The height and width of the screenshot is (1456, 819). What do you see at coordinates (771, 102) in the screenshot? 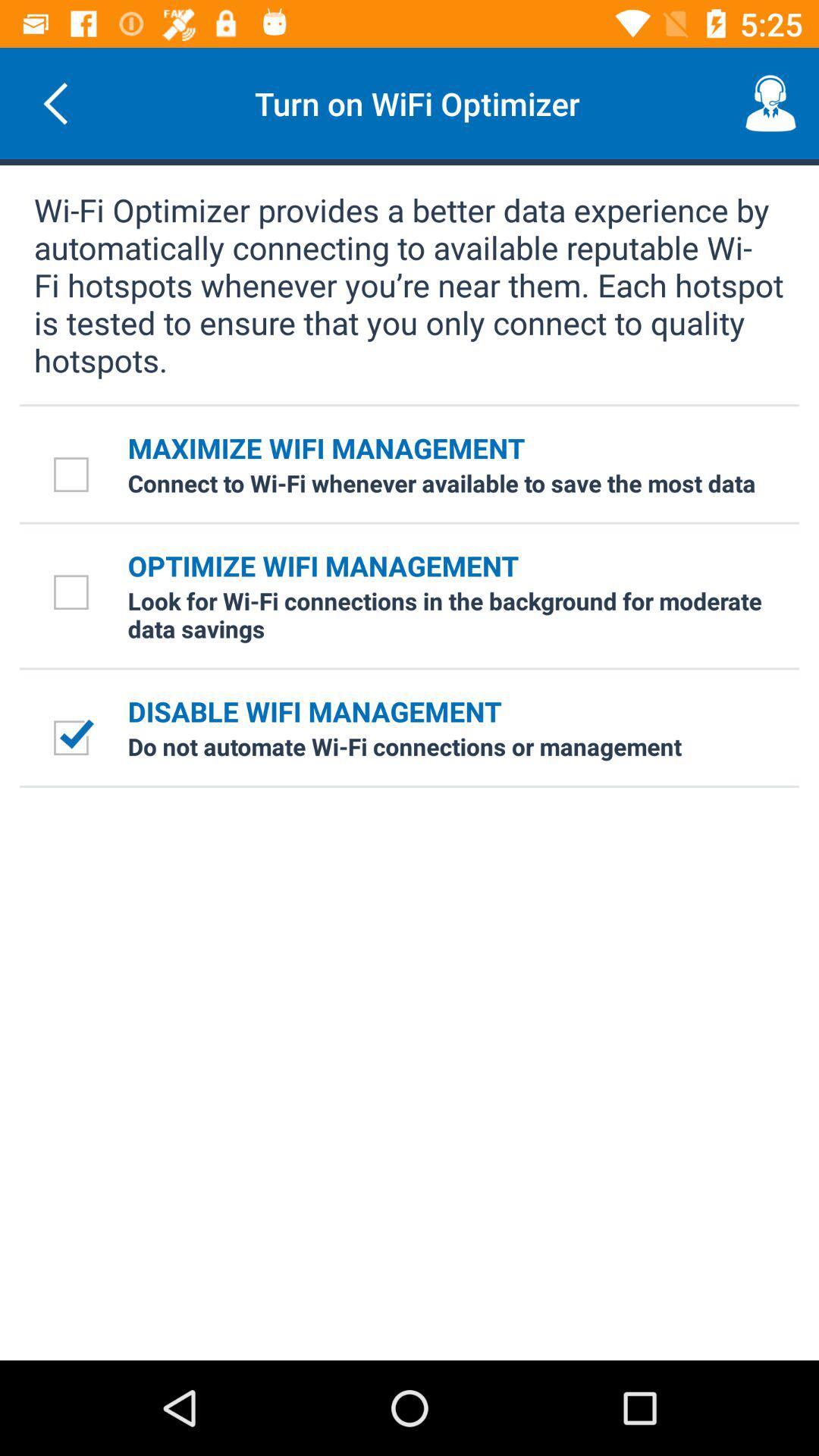
I see `the item to the right of turn on wifi icon` at bounding box center [771, 102].